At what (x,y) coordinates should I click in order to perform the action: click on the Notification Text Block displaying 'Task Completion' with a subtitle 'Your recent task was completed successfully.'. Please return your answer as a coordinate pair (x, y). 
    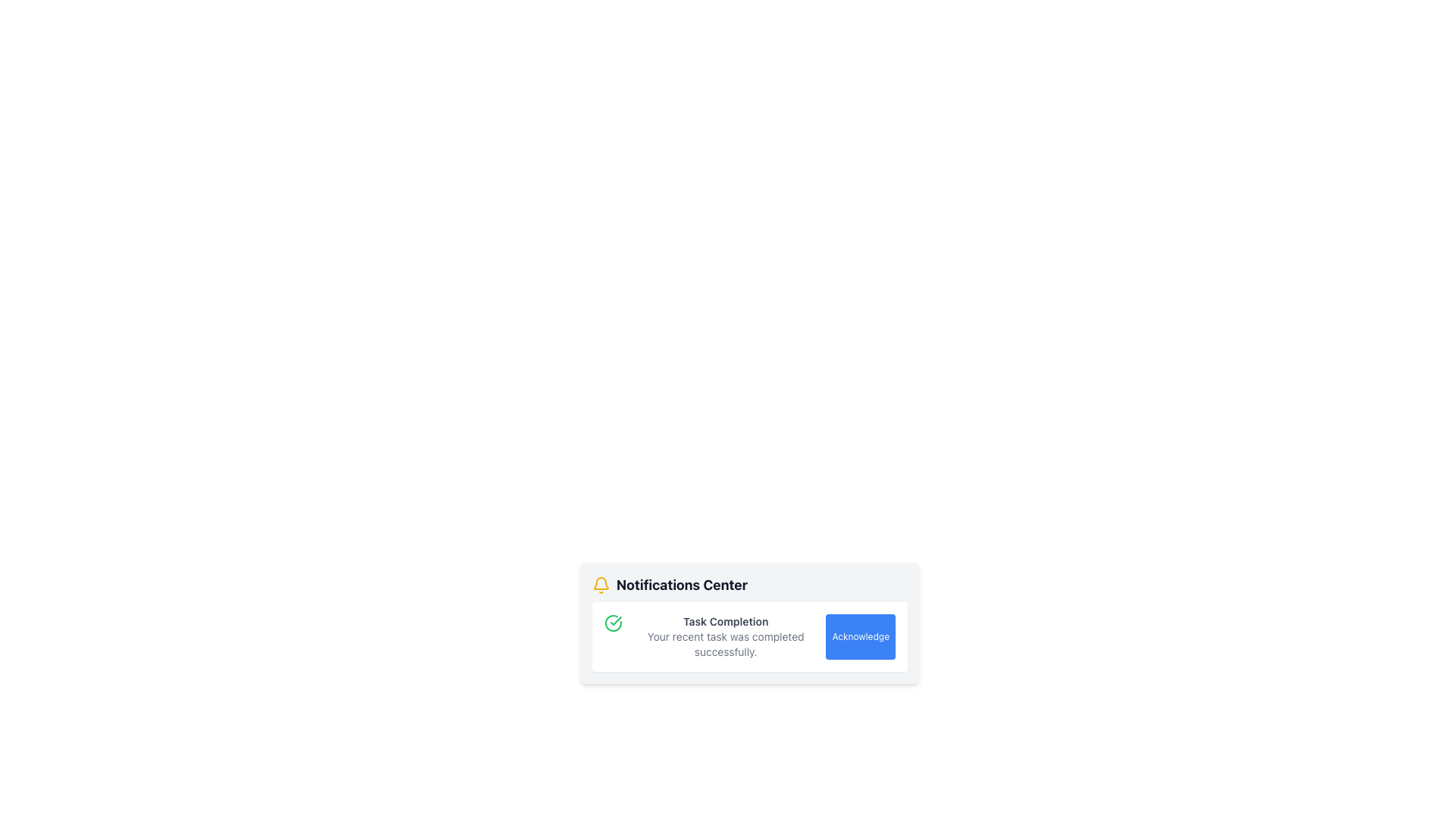
    Looking at the image, I should click on (725, 637).